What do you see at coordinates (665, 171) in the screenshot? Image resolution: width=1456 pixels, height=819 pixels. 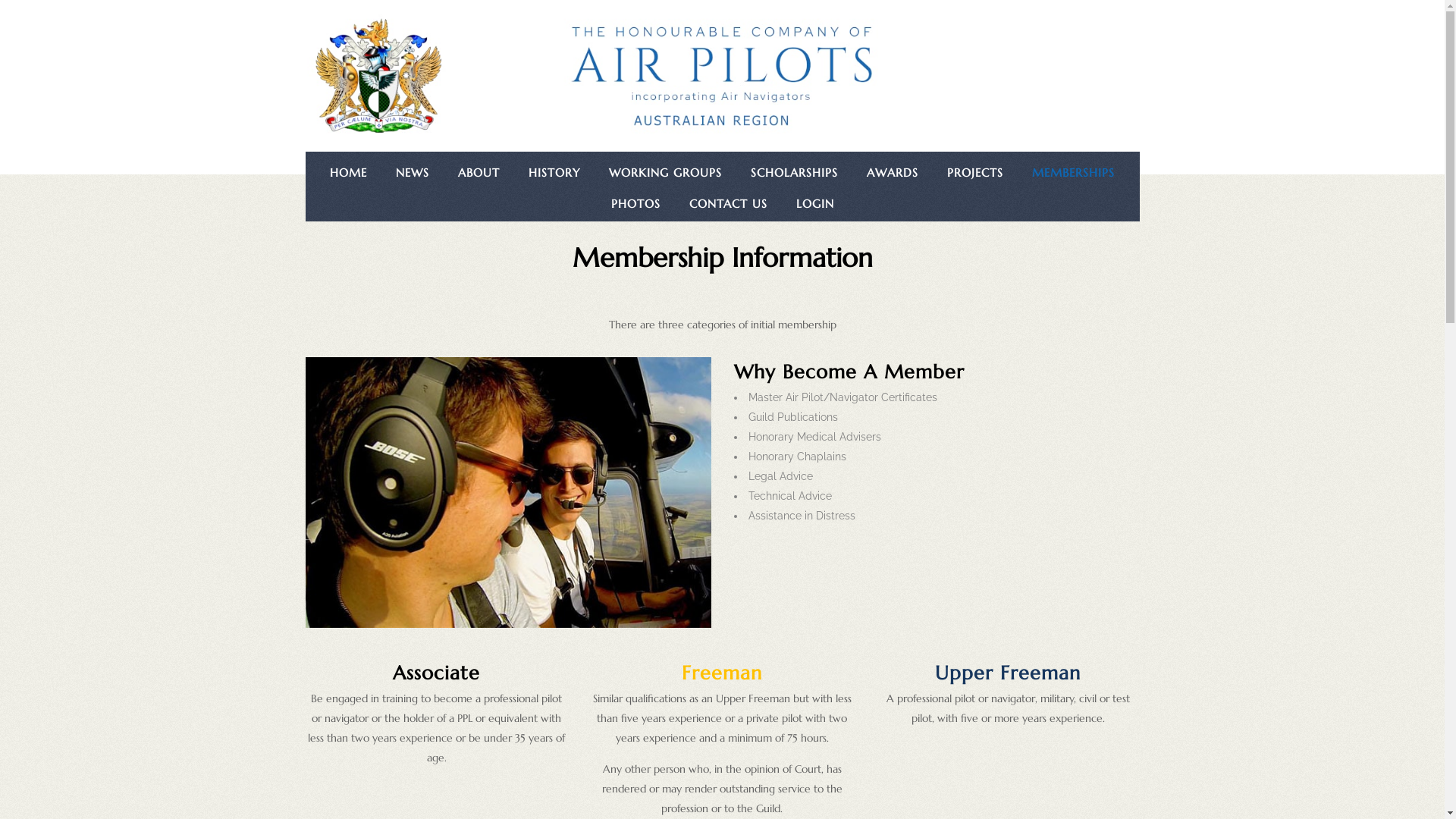 I see `'WORKING GROUPS'` at bounding box center [665, 171].